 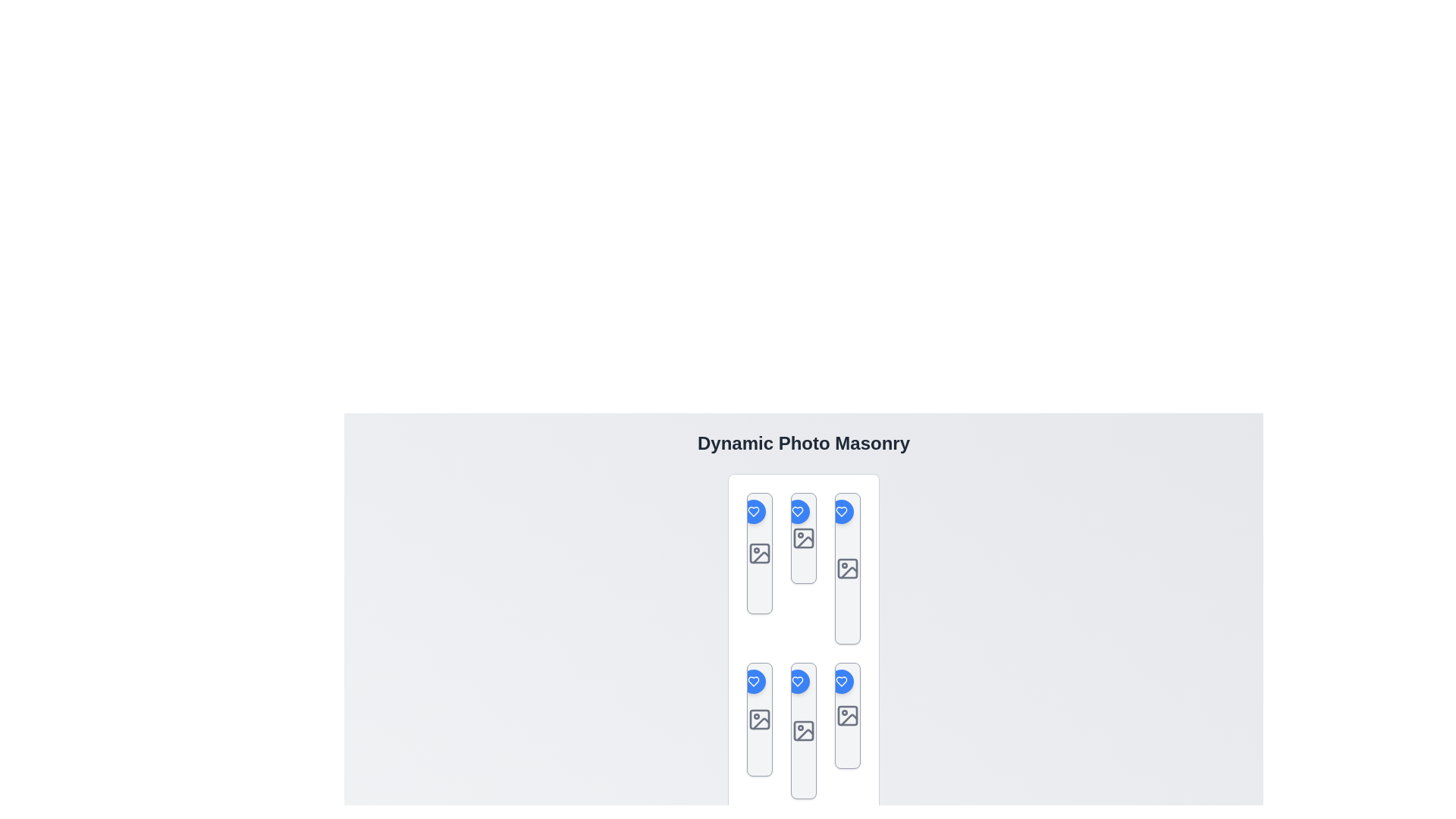 I want to click on the favorite icon located in the bottom-left quadrant of the 'Dynamic Photo Masonry' grid, which is the first item in the leftmost column in the last row, so click(x=753, y=680).